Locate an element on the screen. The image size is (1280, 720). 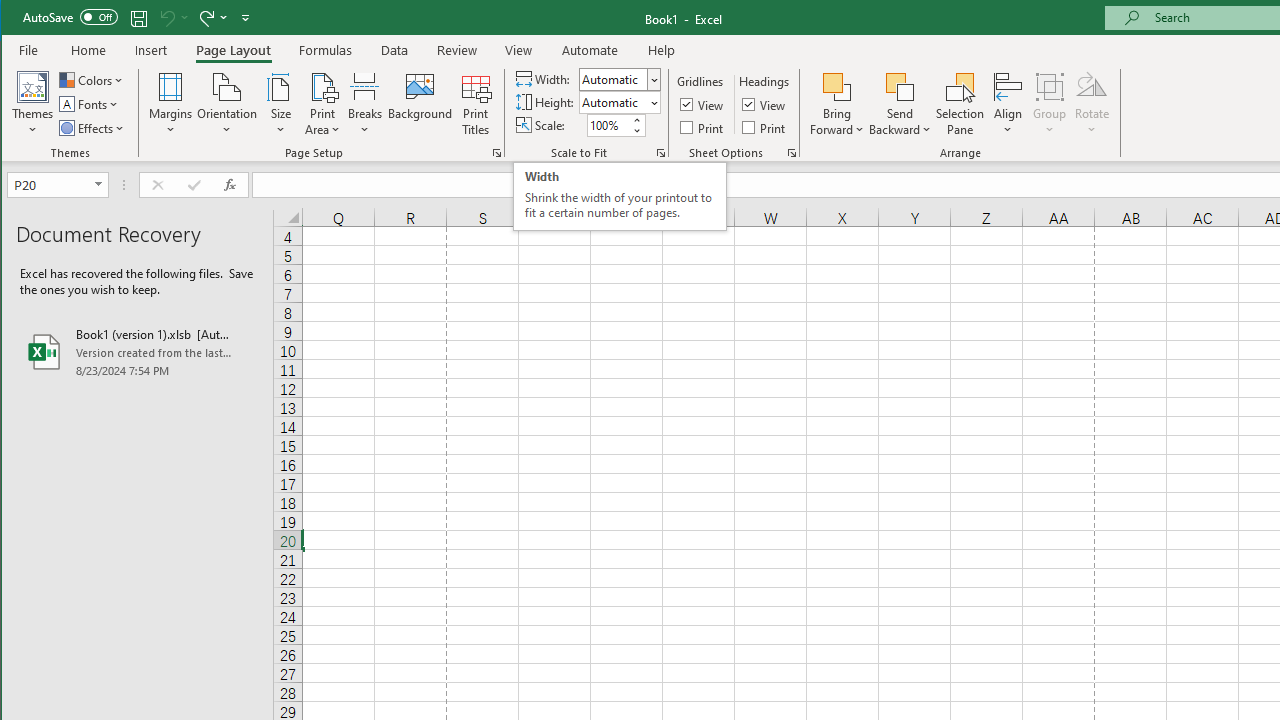
'Send Backward' is located at coordinates (899, 104).